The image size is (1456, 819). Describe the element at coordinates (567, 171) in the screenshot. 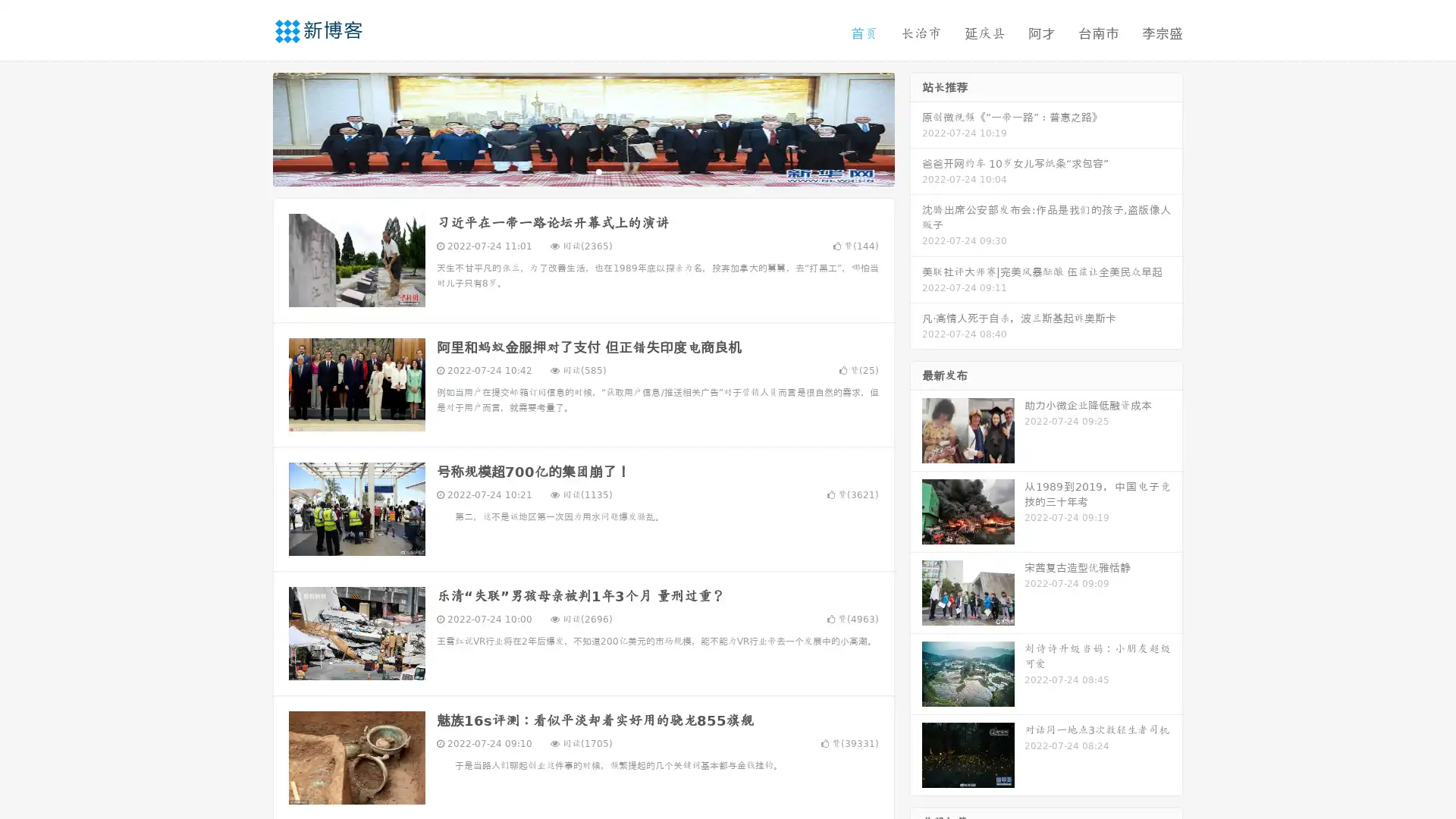

I see `Go to slide 1` at that location.